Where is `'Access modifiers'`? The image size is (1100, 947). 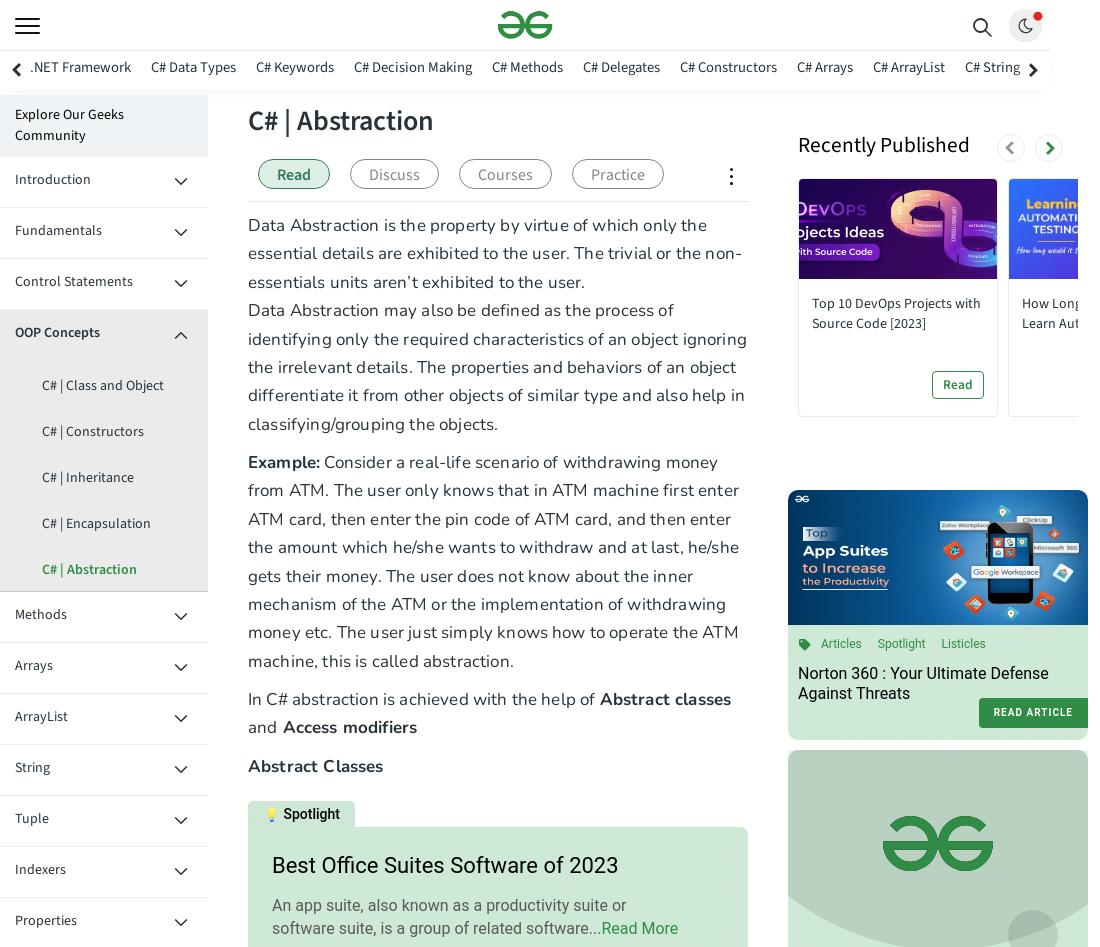 'Access modifiers' is located at coordinates (347, 726).